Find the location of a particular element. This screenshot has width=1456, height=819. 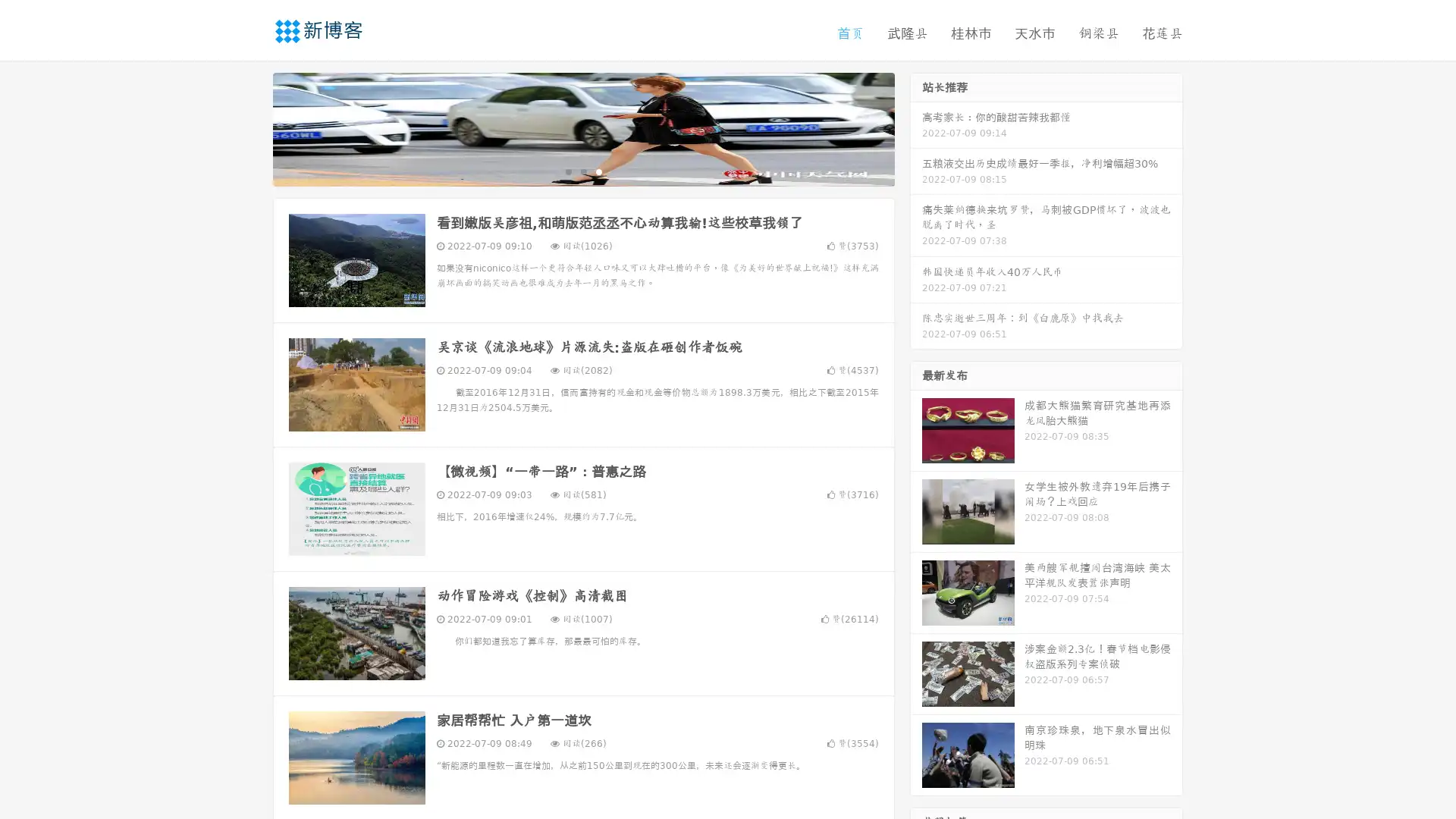

Go to slide 3 is located at coordinates (598, 171).